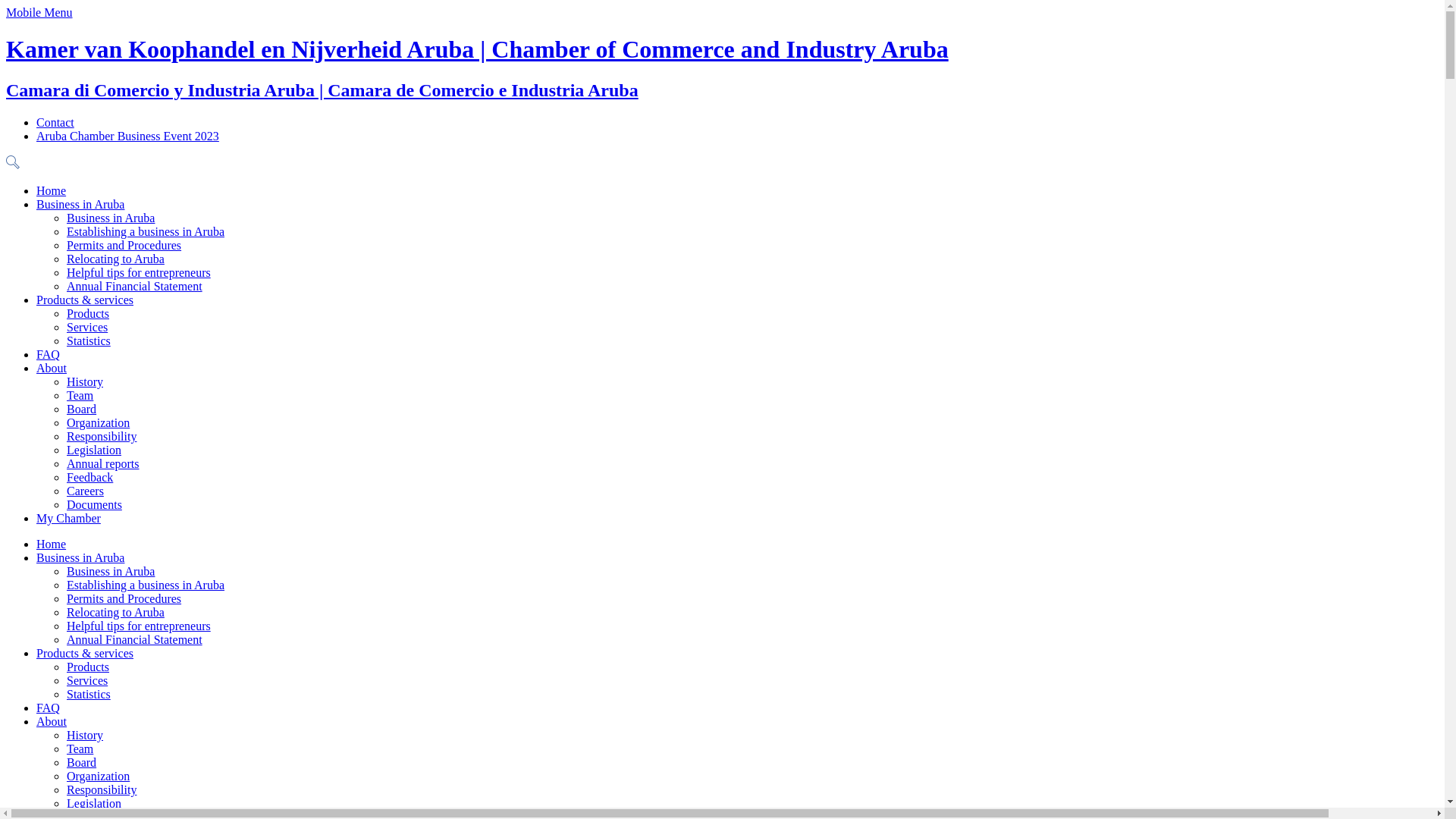 Image resolution: width=1456 pixels, height=819 pixels. Describe the element at coordinates (65, 748) in the screenshot. I see `'Team'` at that location.